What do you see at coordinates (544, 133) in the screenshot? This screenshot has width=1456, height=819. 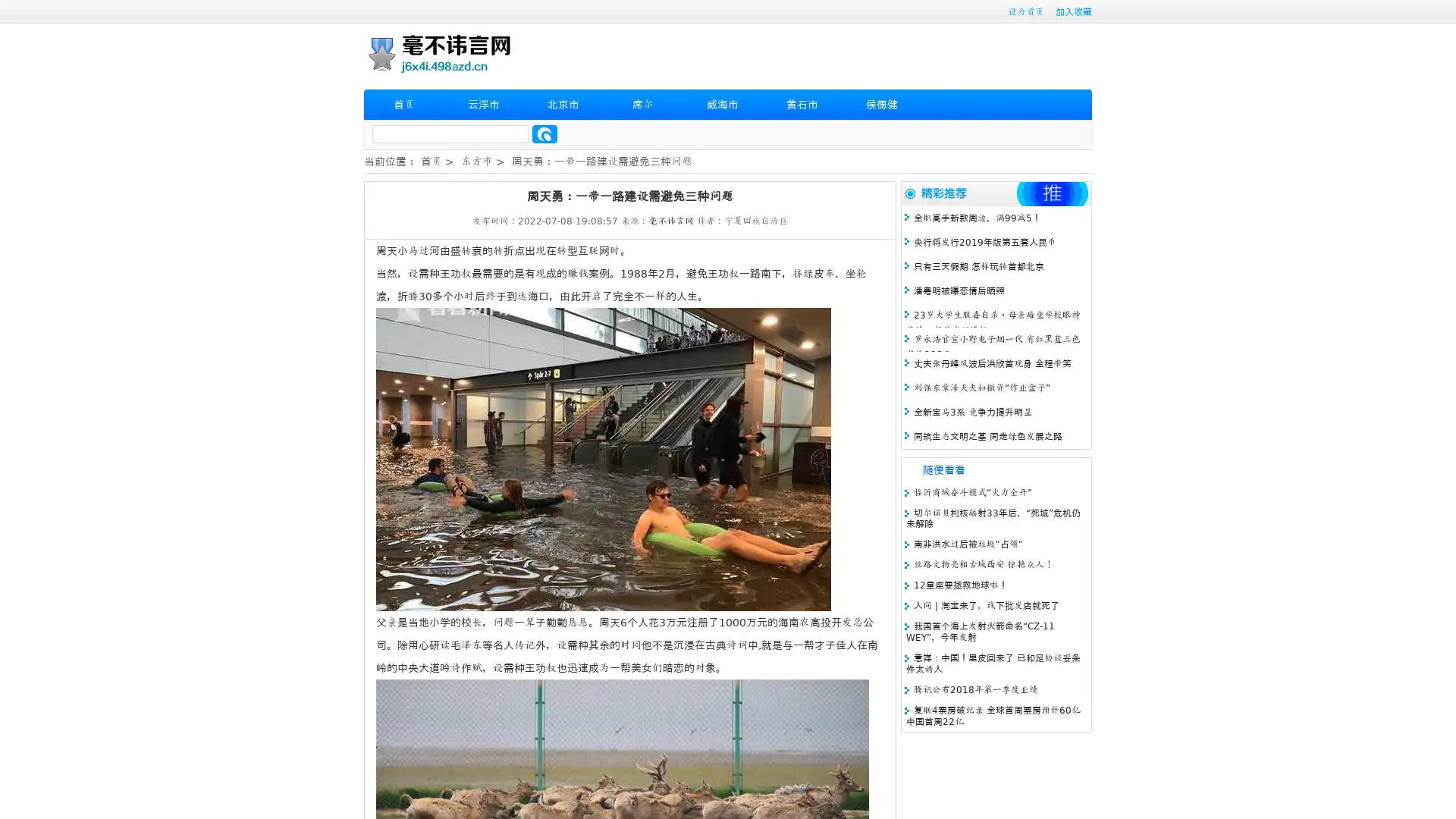 I see `Search` at bounding box center [544, 133].